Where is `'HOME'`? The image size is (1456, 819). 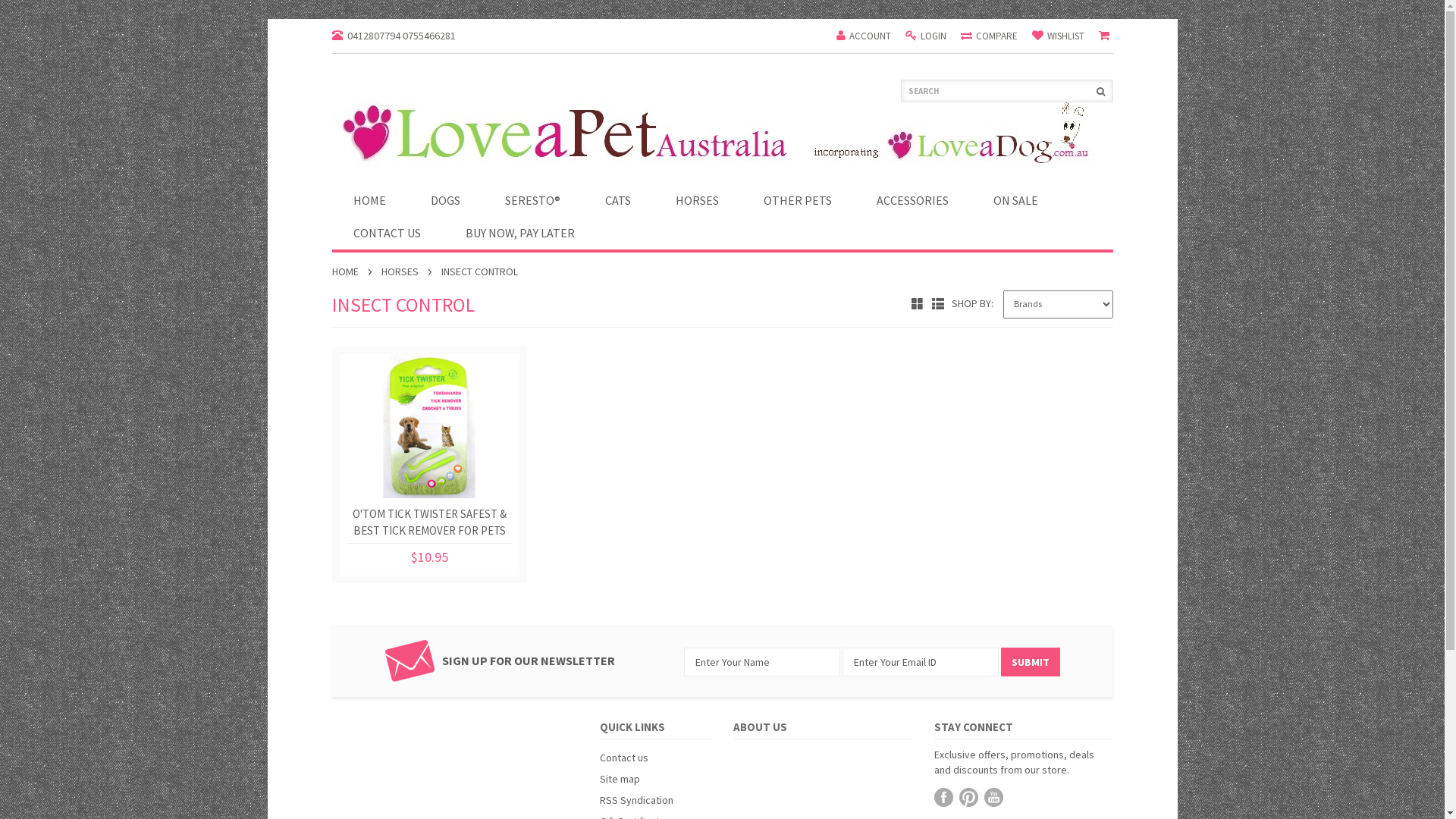 'HOME' is located at coordinates (351, 271).